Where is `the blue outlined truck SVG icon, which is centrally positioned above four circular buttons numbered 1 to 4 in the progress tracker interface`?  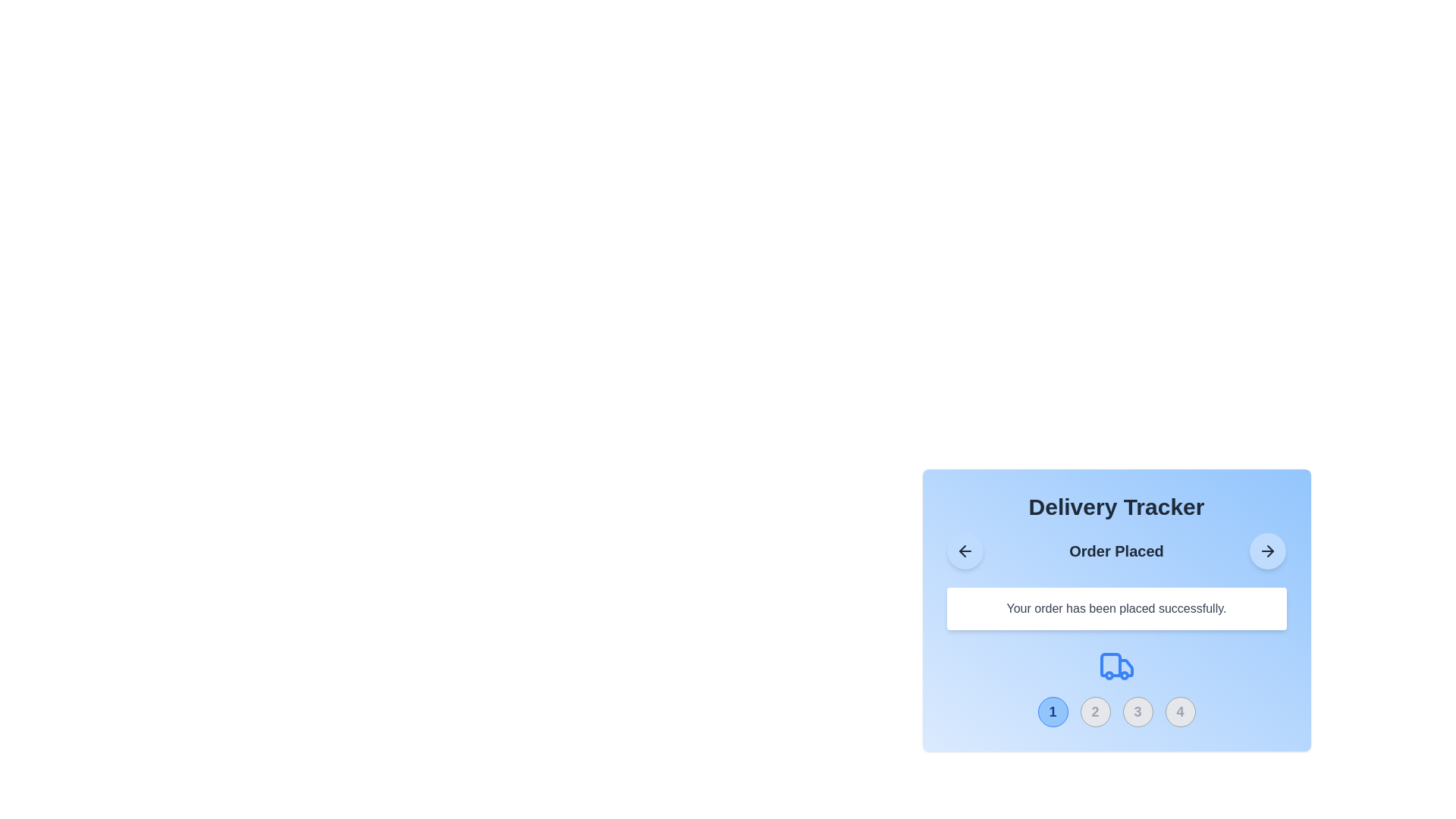
the blue outlined truck SVG icon, which is centrally positioned above four circular buttons numbered 1 to 4 in the progress tracker interface is located at coordinates (1116, 666).